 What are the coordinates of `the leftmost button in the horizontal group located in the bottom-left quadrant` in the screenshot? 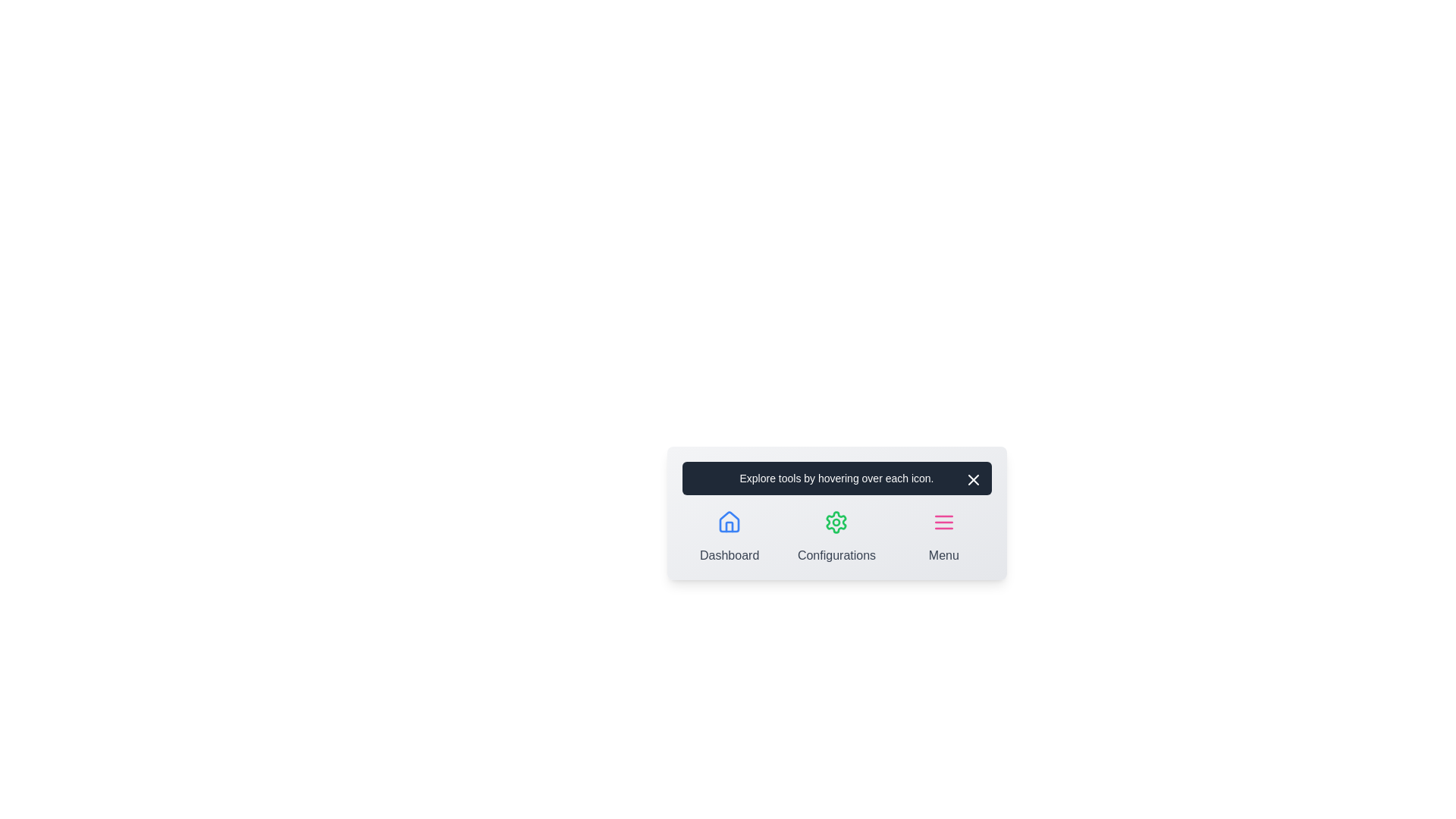 It's located at (730, 522).